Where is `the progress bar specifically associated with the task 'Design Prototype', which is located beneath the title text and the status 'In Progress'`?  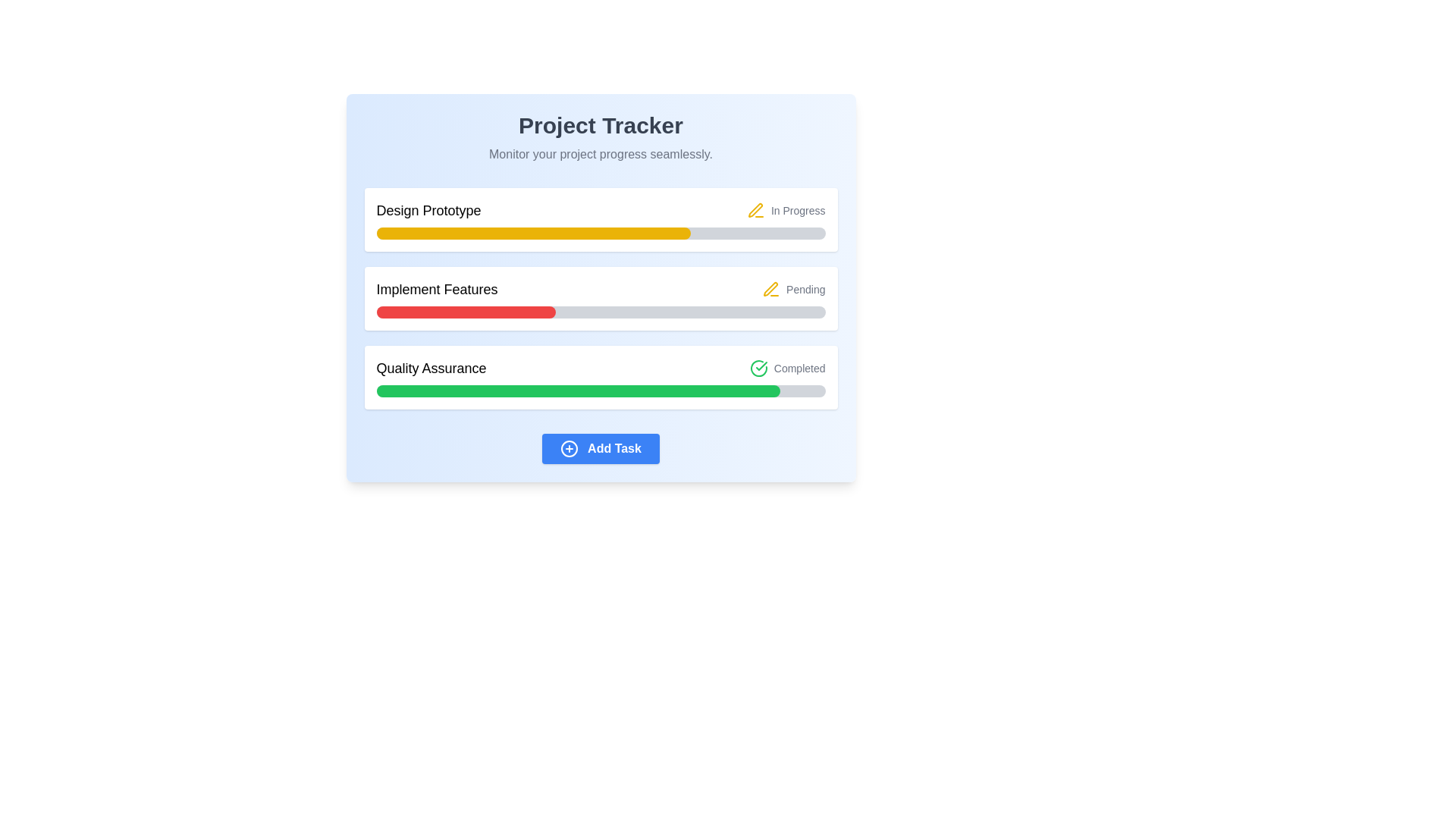 the progress bar specifically associated with the task 'Design Prototype', which is located beneath the title text and the status 'In Progress' is located at coordinates (600, 234).